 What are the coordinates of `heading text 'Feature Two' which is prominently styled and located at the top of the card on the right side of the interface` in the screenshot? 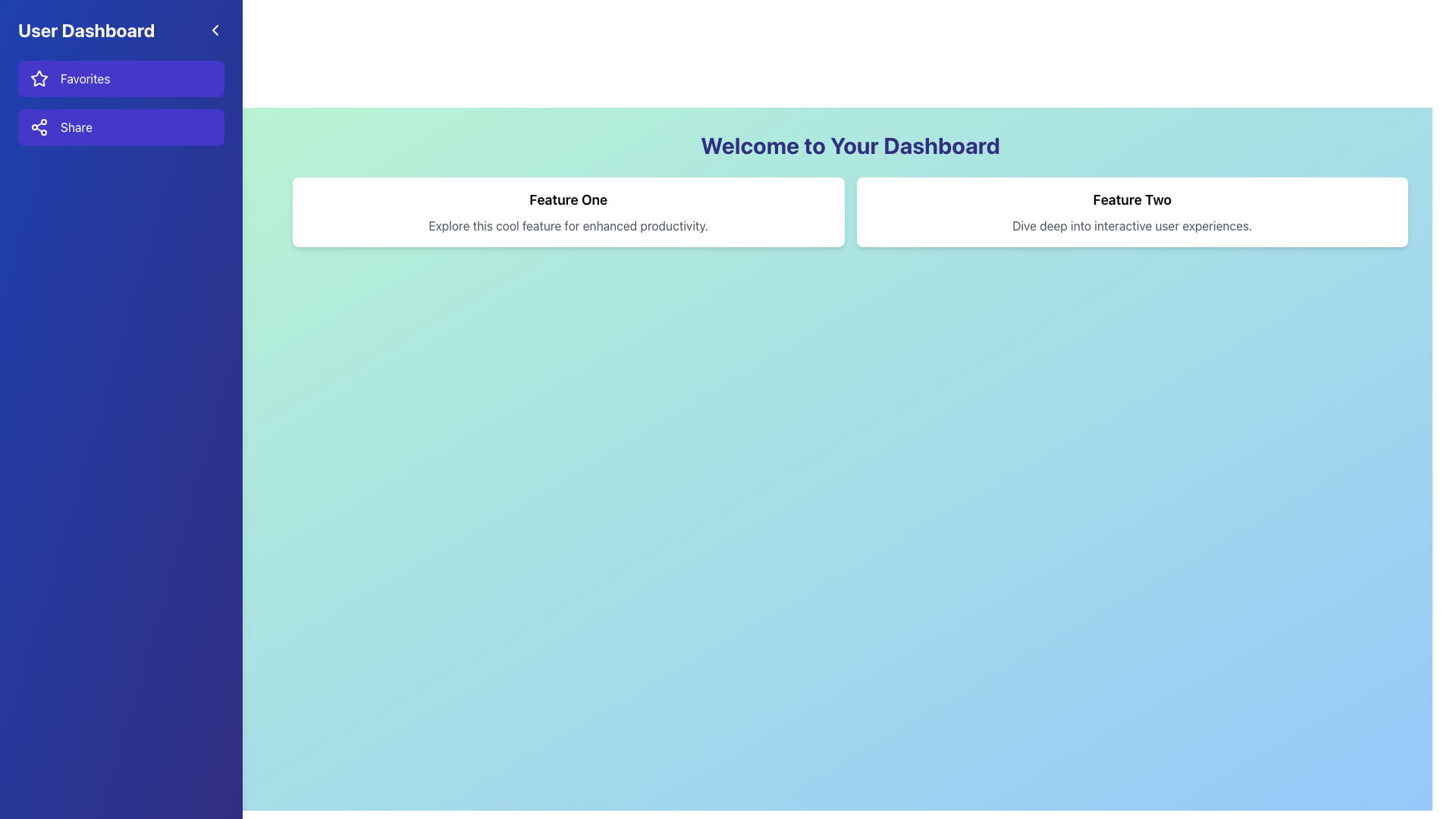 It's located at (1131, 199).